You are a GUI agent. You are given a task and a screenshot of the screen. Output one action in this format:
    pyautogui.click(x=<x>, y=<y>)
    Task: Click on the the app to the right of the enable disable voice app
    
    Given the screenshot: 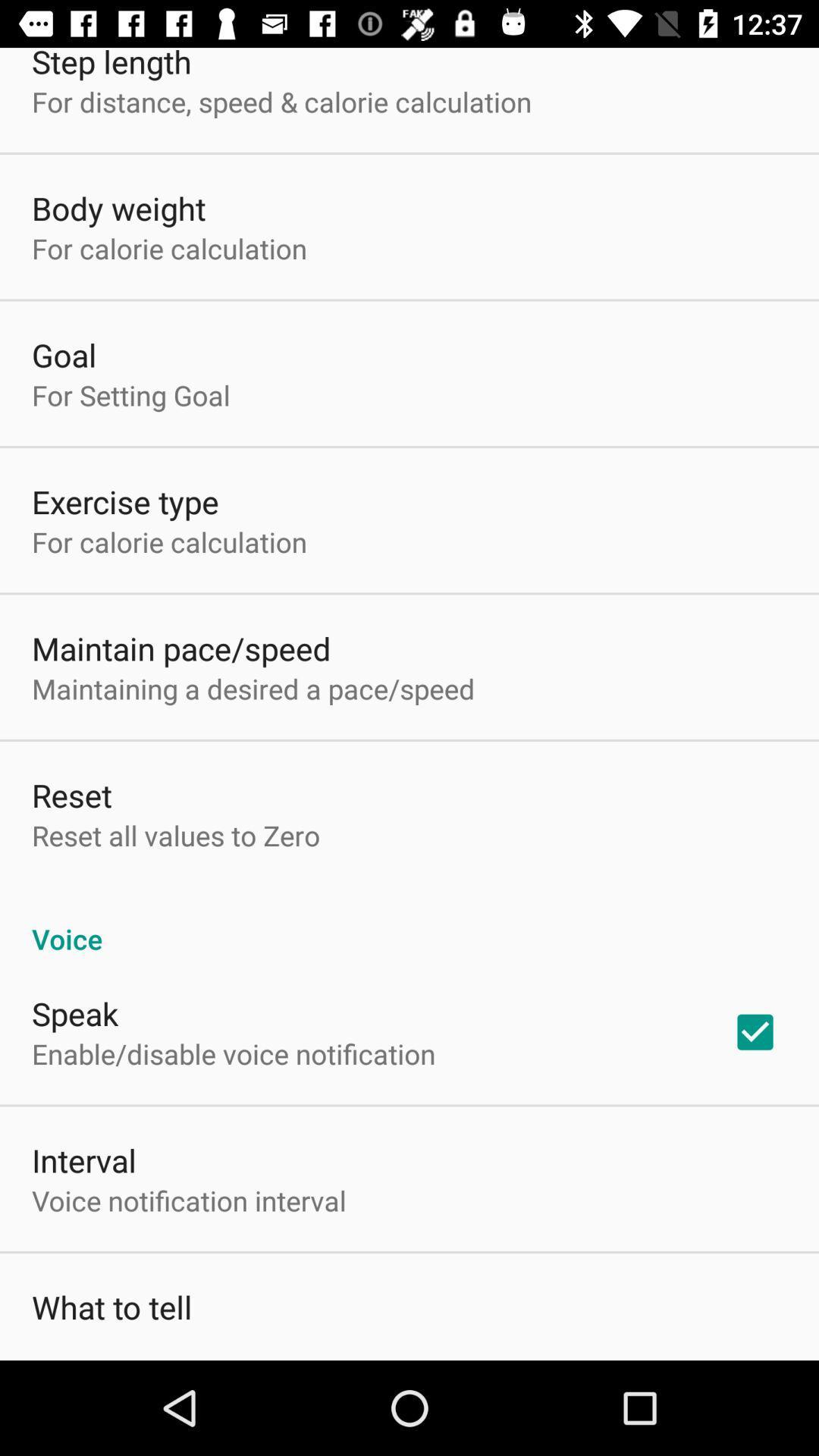 What is the action you would take?
    pyautogui.click(x=755, y=1031)
    